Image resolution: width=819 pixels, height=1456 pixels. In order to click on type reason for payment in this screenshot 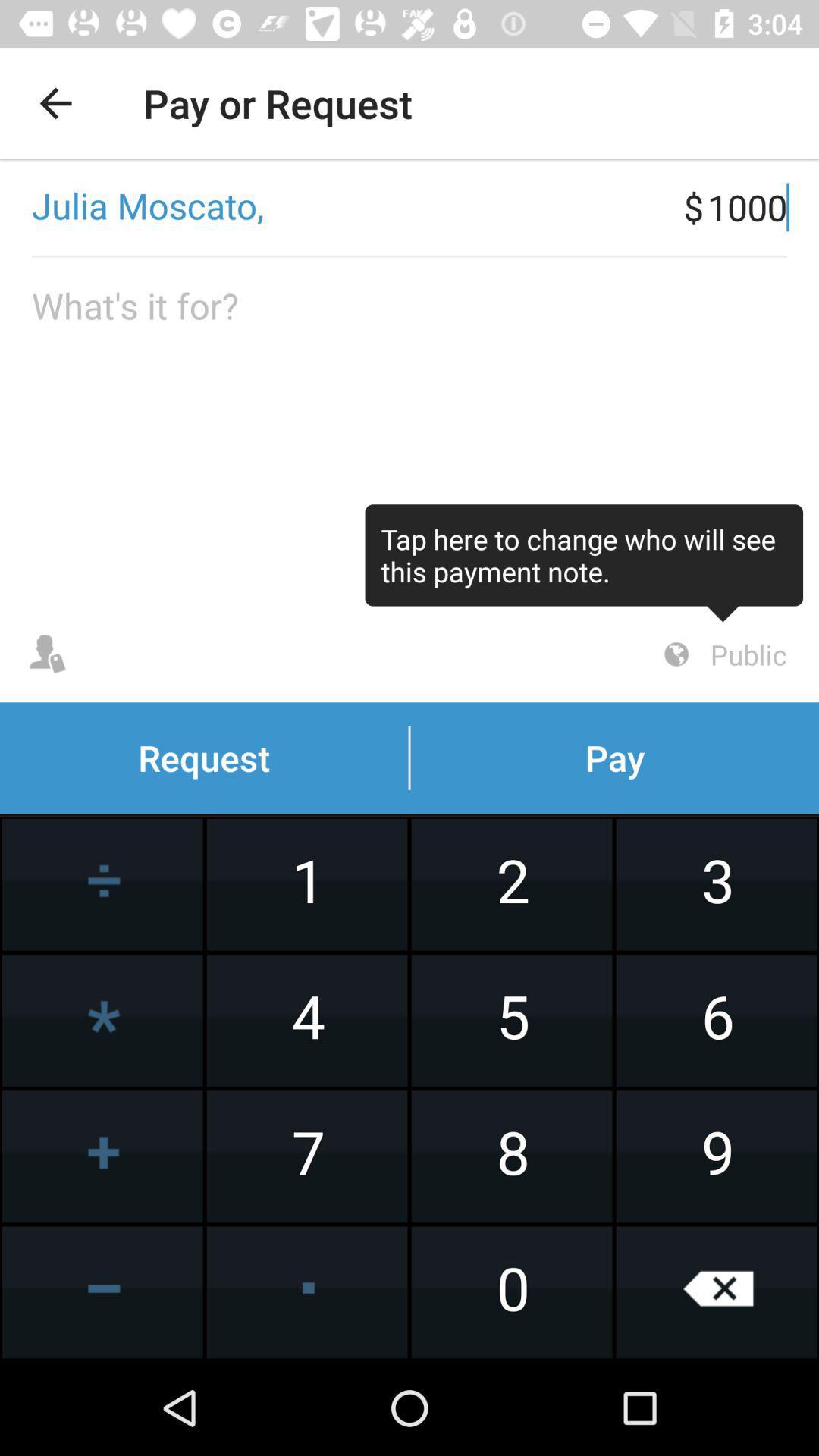, I will do `click(409, 431)`.